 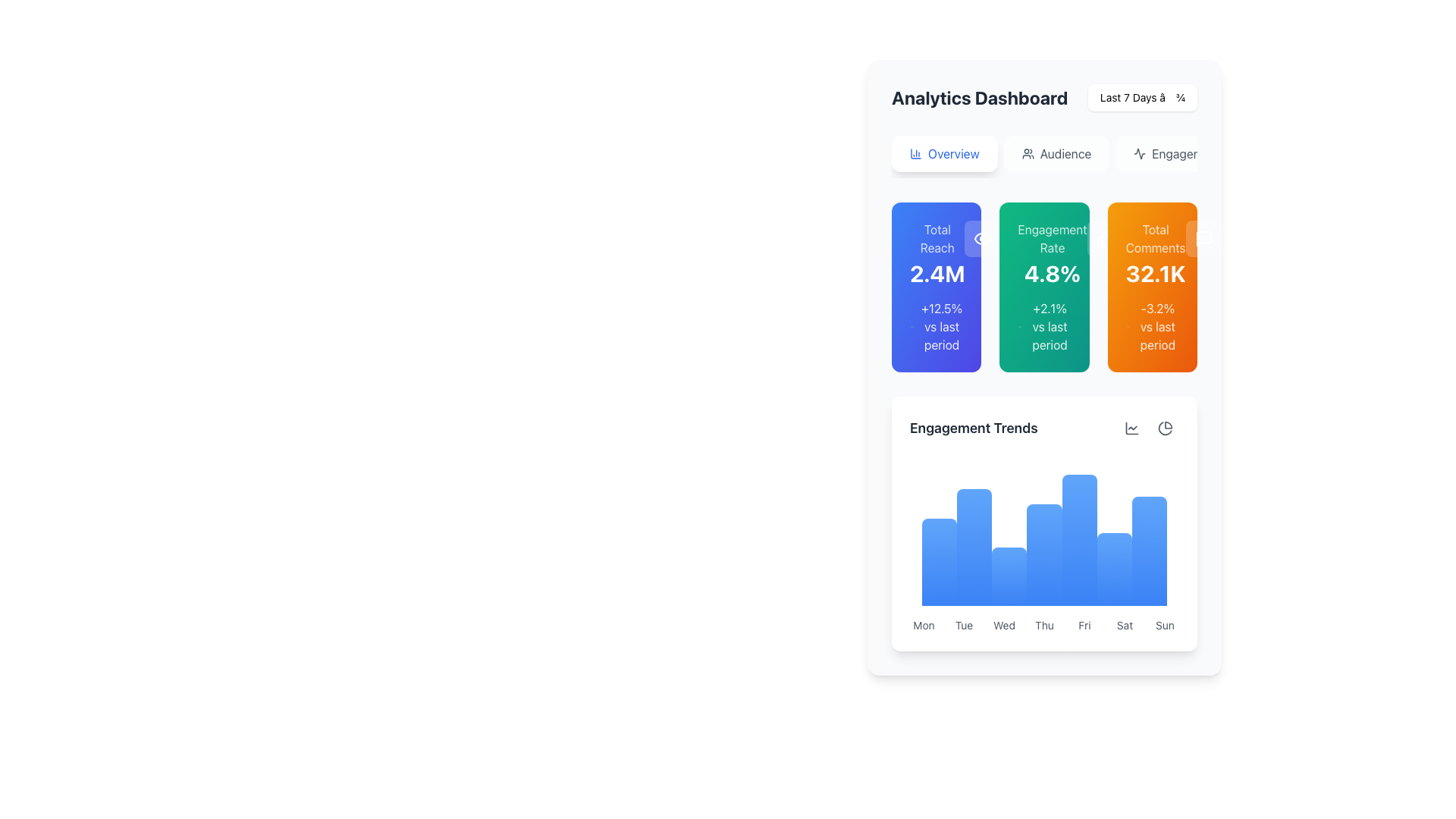 I want to click on the label representing 'Sunday' in the 'Engagement Trends' section, which is the last element in a 7-column grid layout, so click(x=1164, y=626).